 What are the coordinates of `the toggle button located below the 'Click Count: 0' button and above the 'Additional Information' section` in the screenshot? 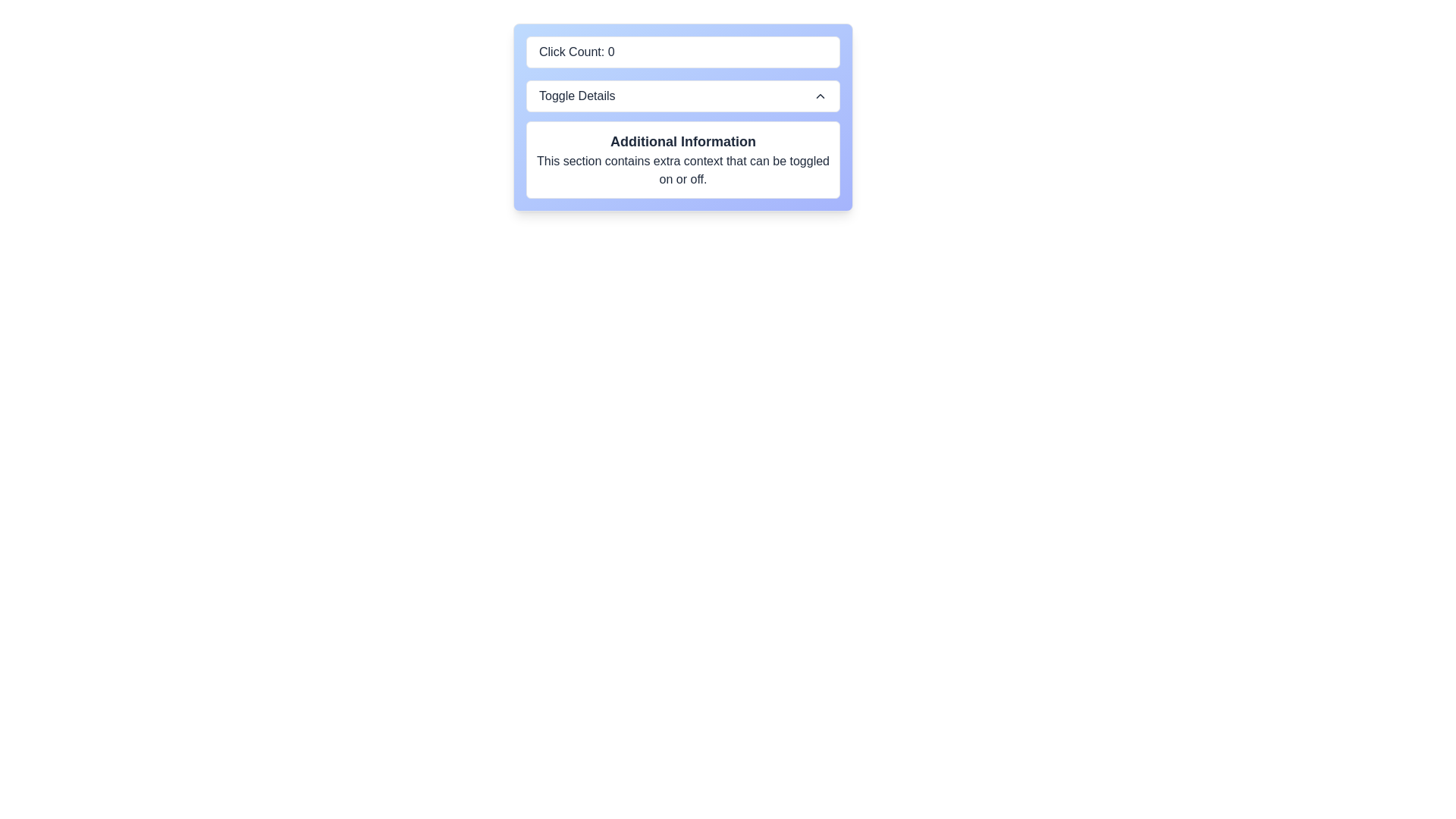 It's located at (682, 96).